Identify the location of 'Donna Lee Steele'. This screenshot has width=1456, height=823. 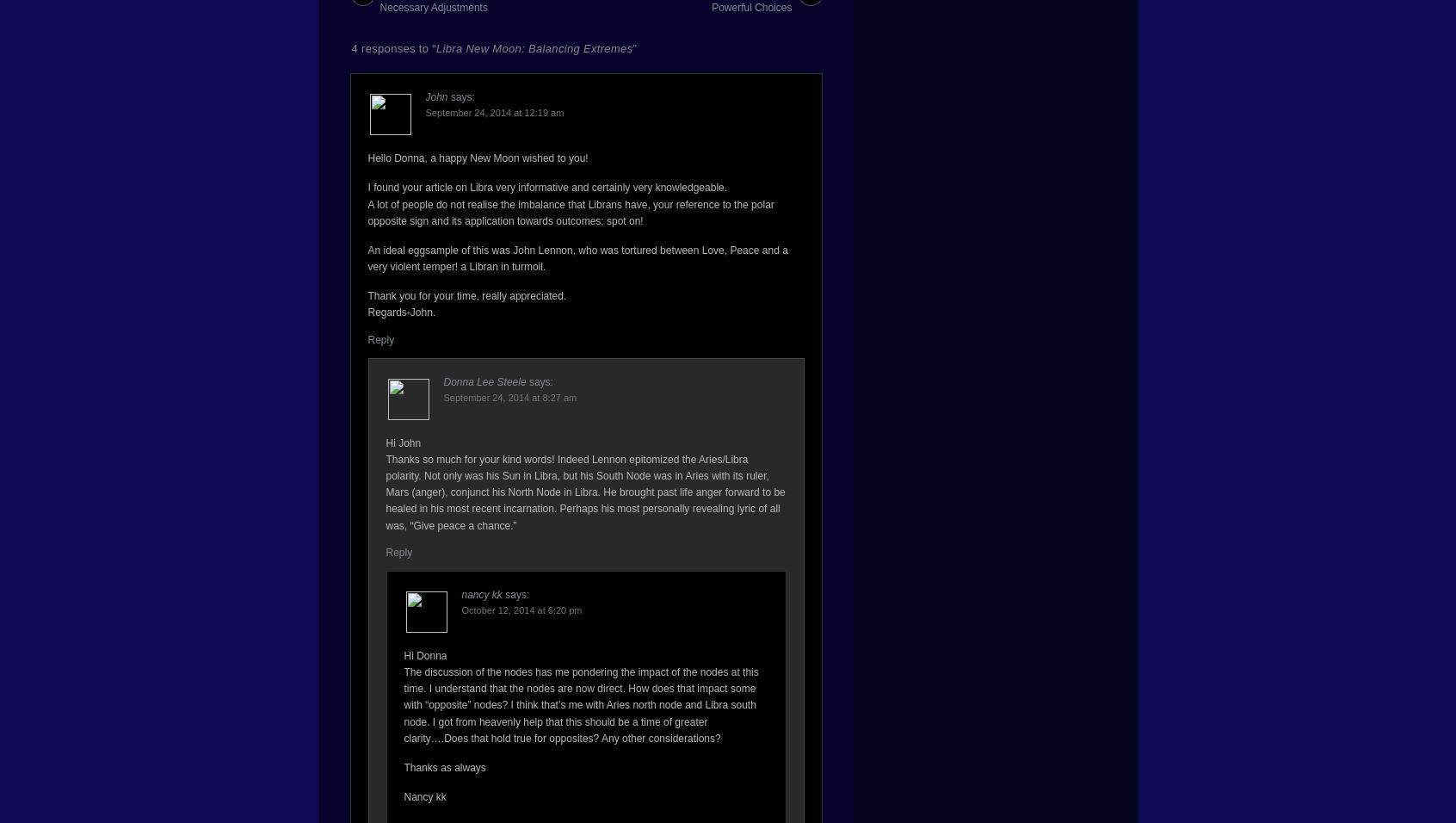
(484, 381).